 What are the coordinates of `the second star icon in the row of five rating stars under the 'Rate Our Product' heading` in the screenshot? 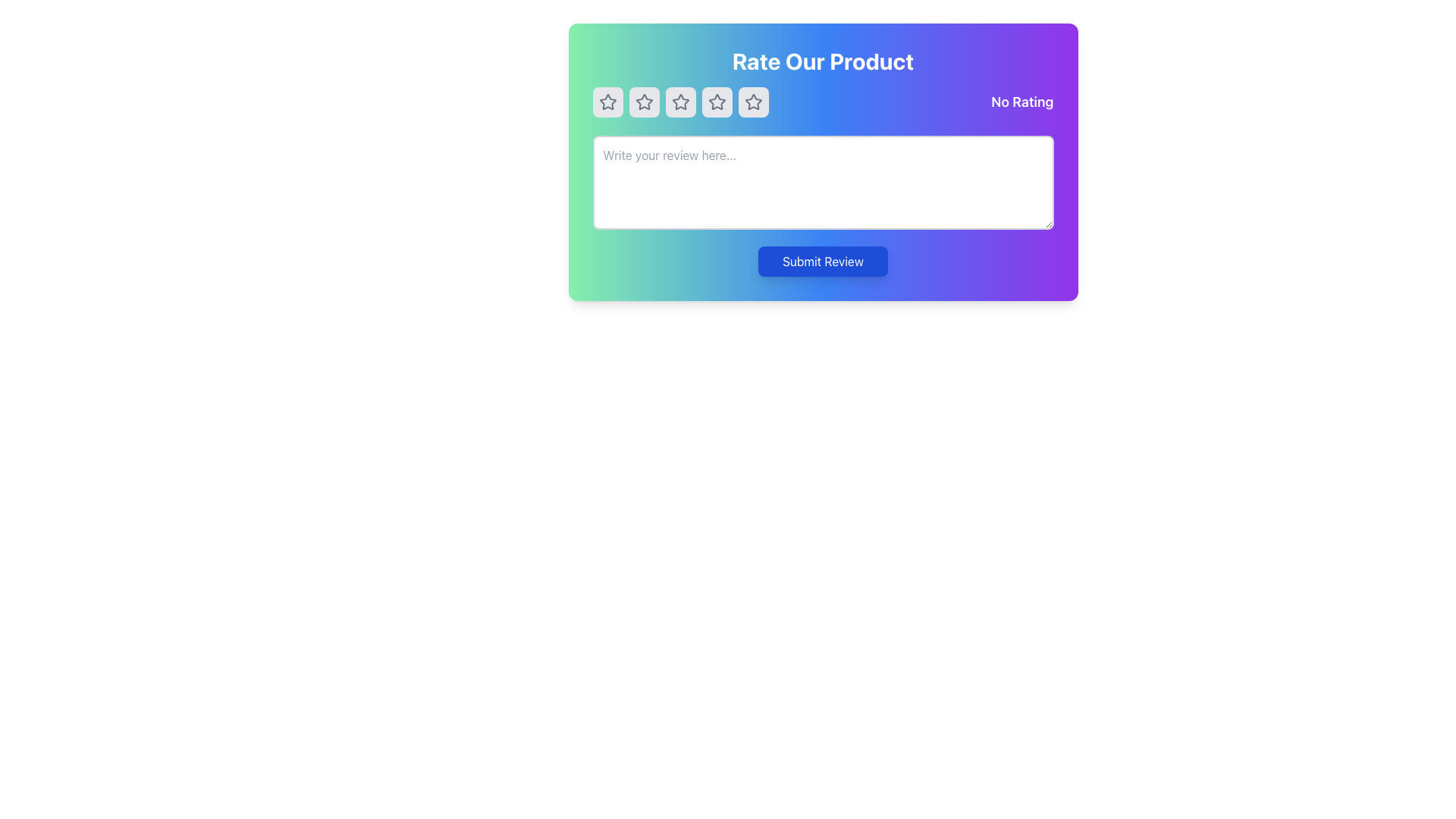 It's located at (679, 102).